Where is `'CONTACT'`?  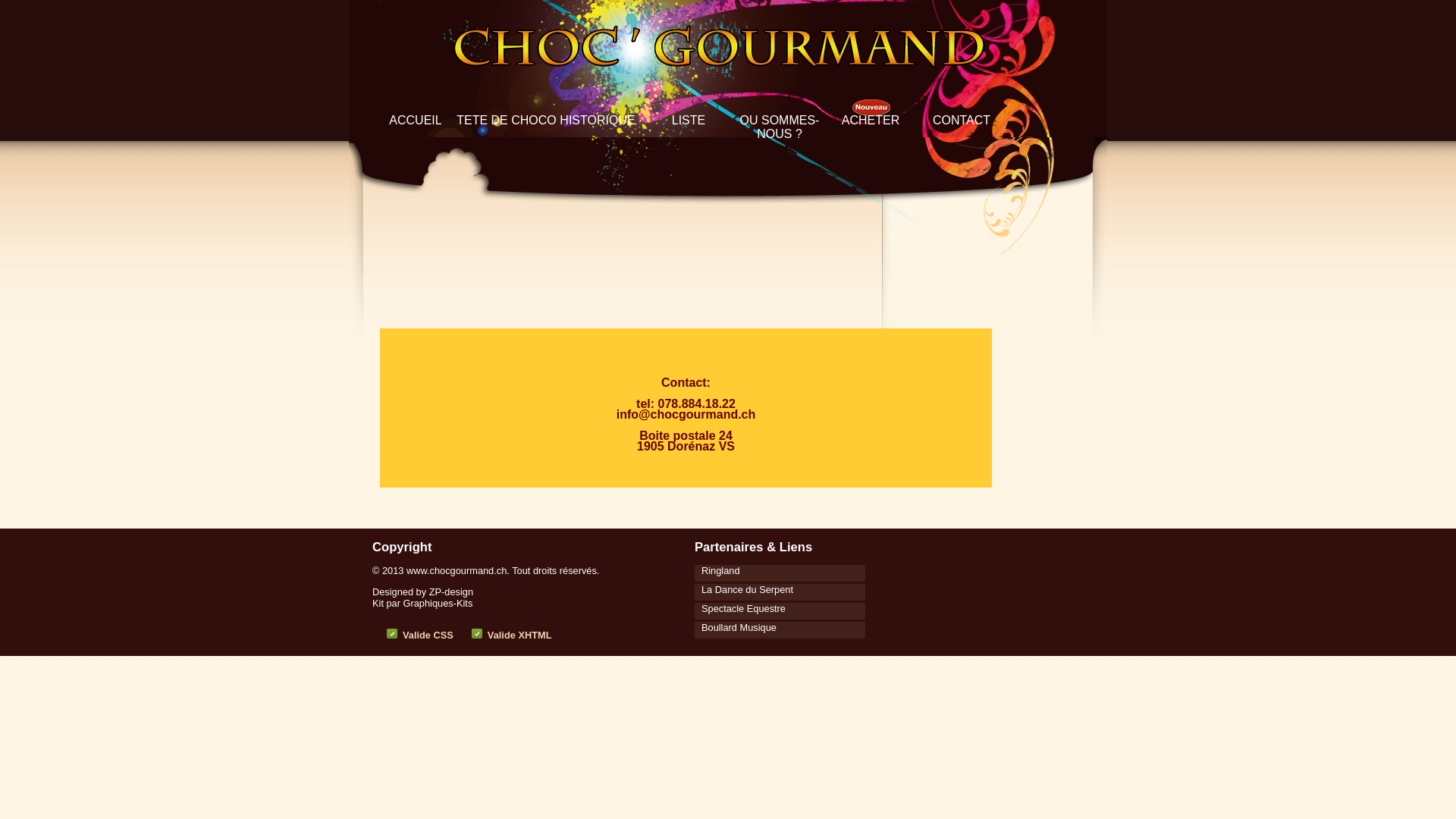 'CONTACT' is located at coordinates (960, 119).